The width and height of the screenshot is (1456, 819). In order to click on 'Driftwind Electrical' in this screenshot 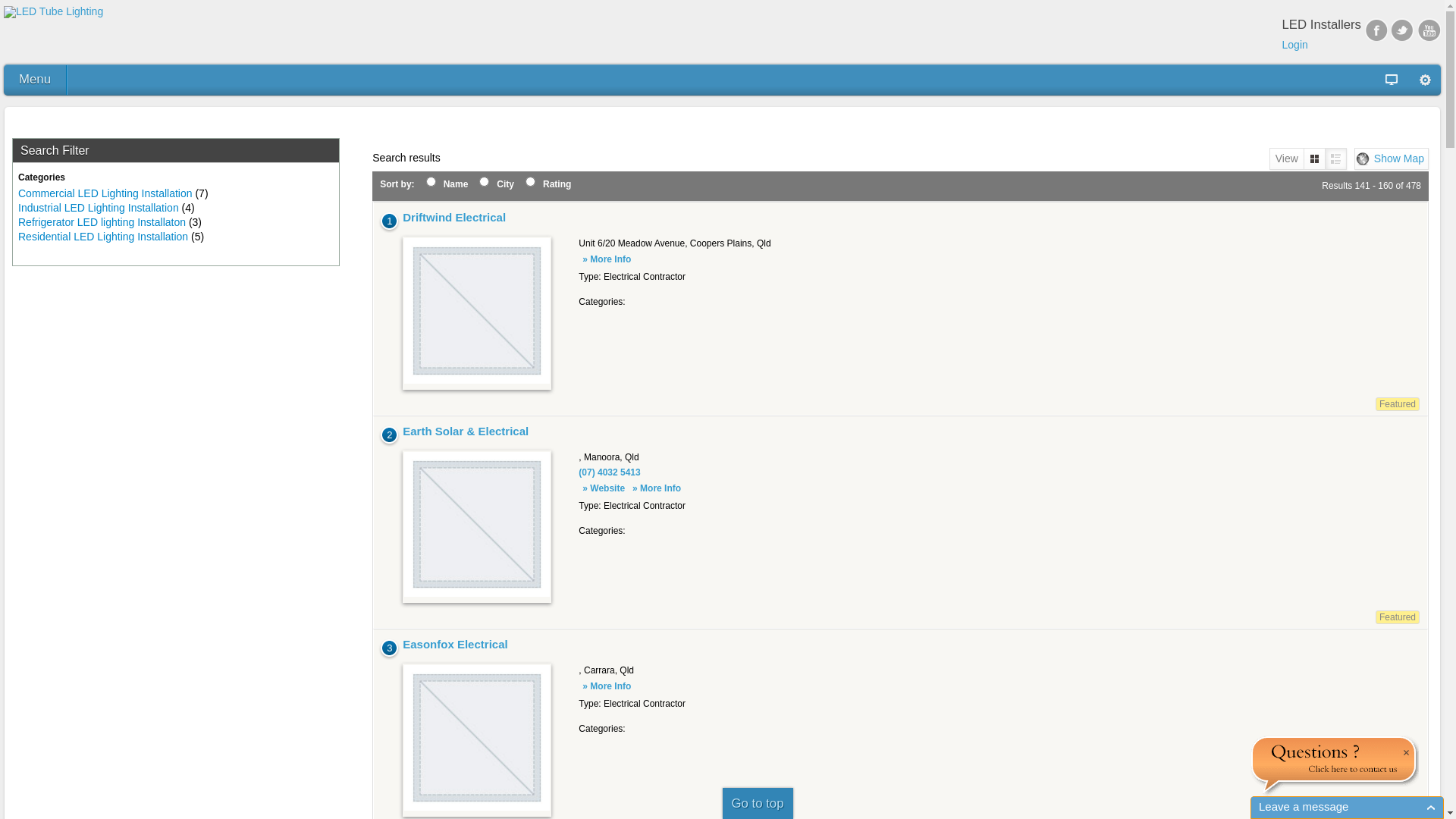, I will do `click(453, 217)`.